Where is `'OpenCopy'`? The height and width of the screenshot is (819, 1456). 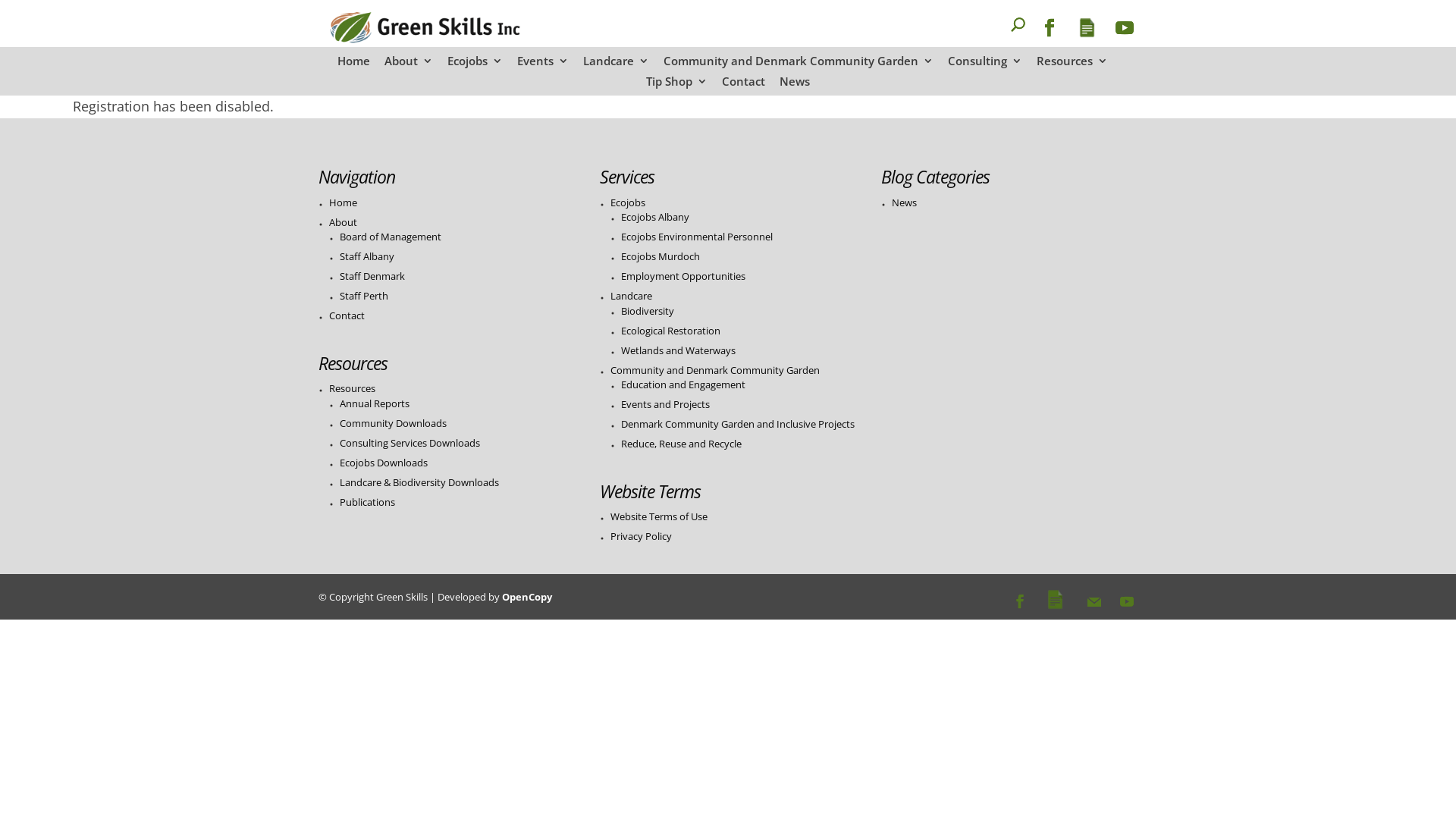 'OpenCopy' is located at coordinates (502, 595).